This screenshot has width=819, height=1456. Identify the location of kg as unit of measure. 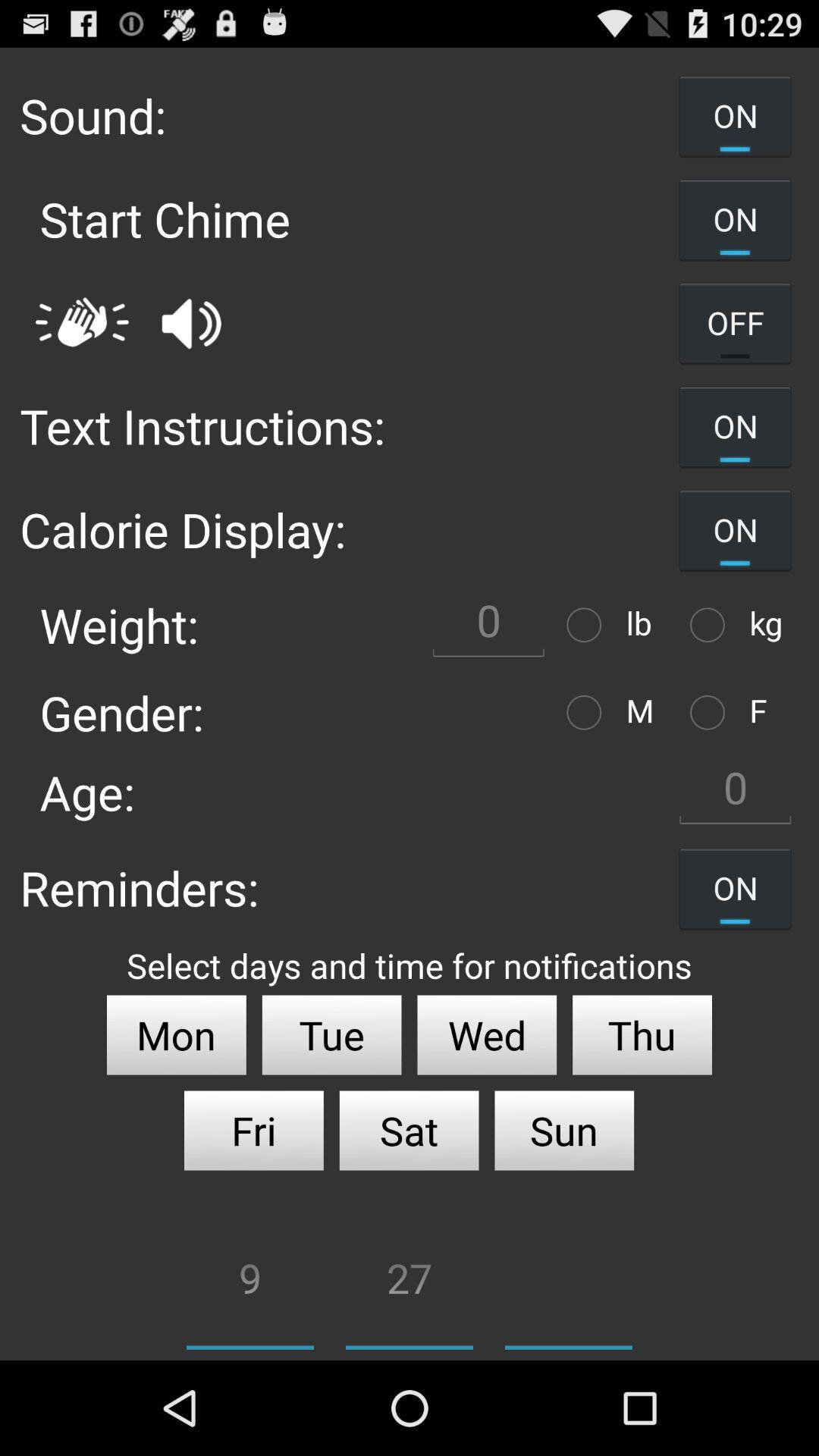
(711, 625).